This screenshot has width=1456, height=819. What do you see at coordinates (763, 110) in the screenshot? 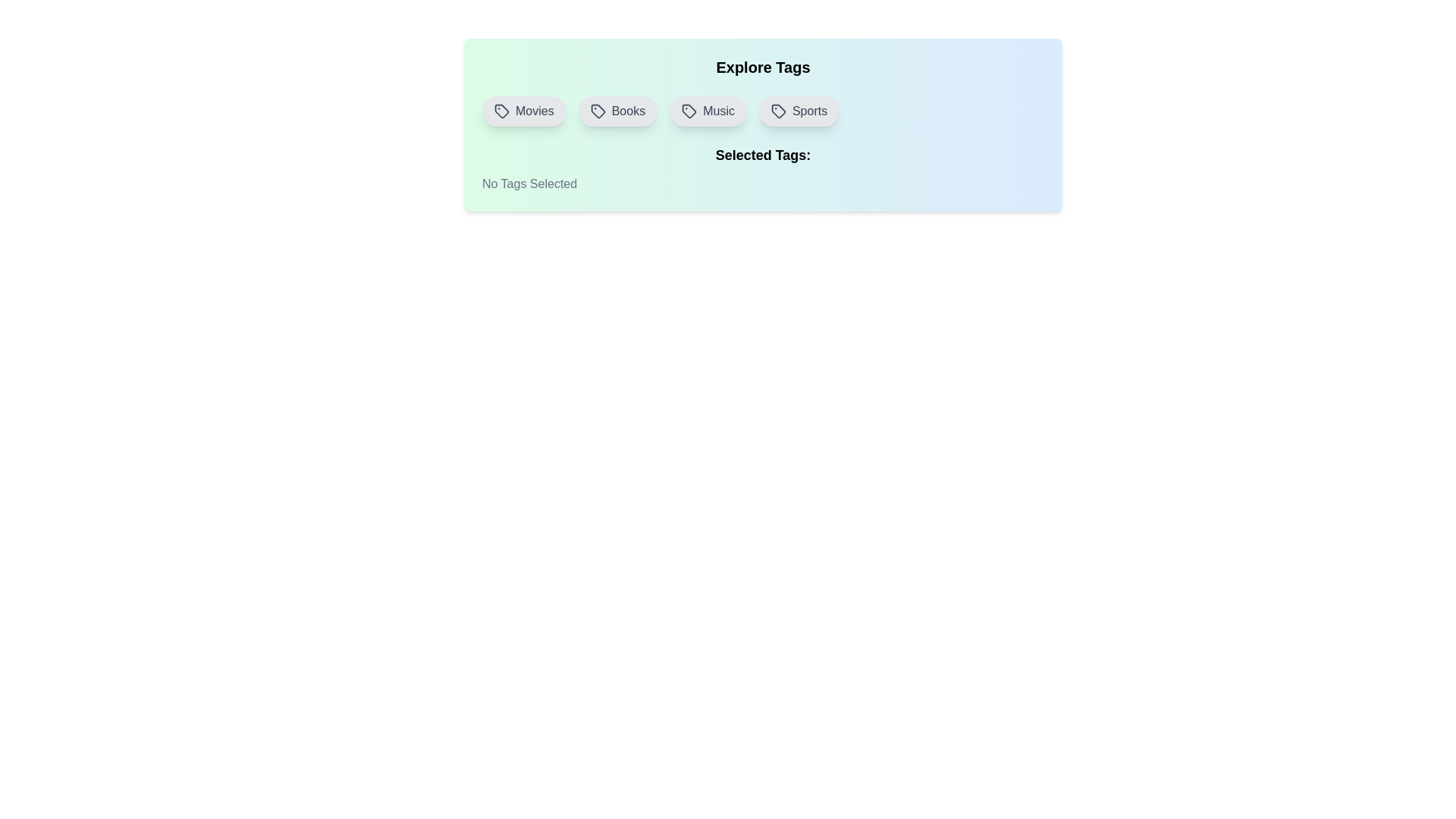
I see `the tag selection interface located below the 'Explore Tags' title` at bounding box center [763, 110].